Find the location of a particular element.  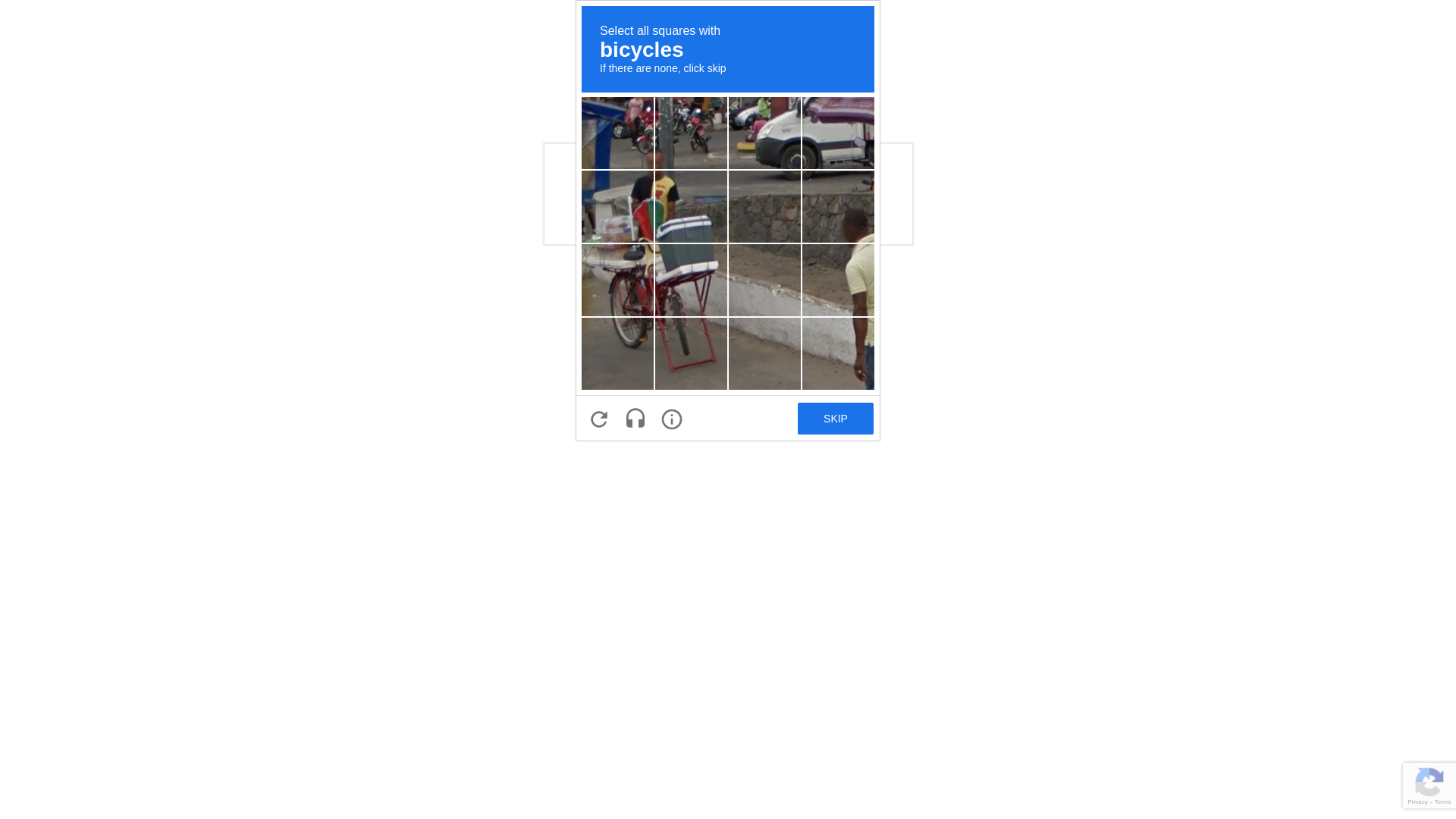

'recaptcha challenge expires in two minutes' is located at coordinates (728, 220).